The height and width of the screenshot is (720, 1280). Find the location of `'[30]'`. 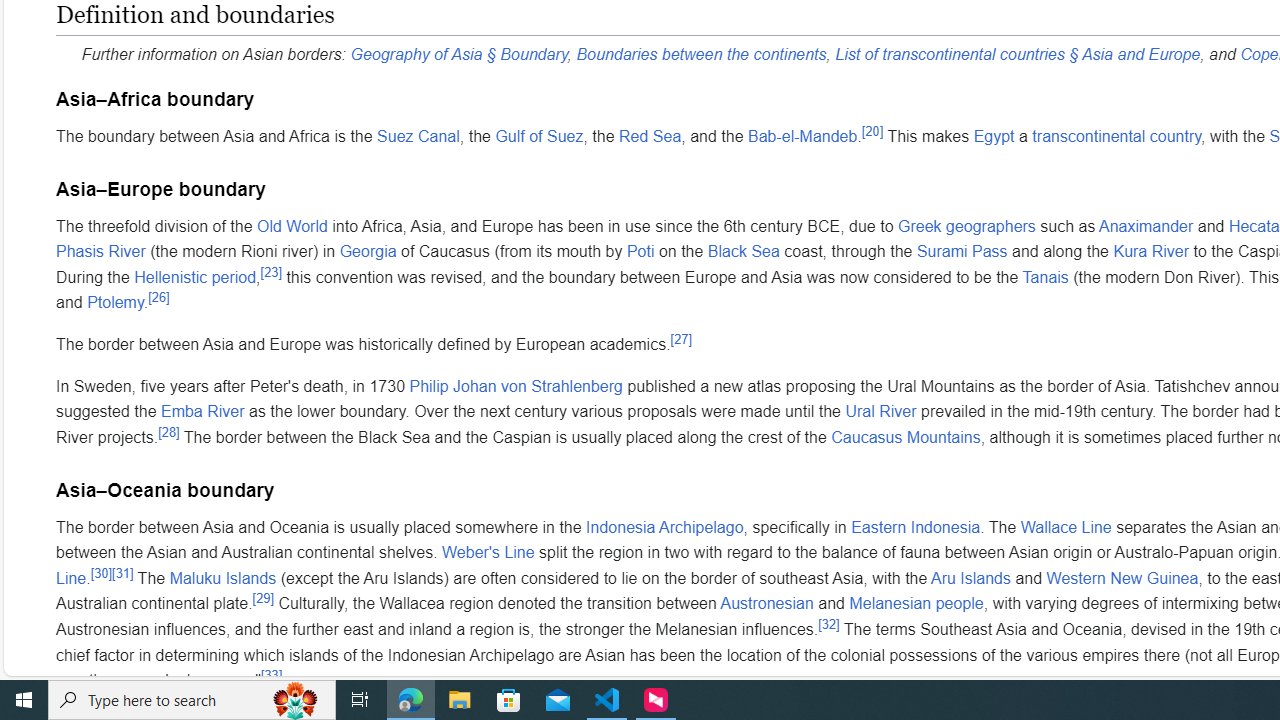

'[30]' is located at coordinates (100, 573).